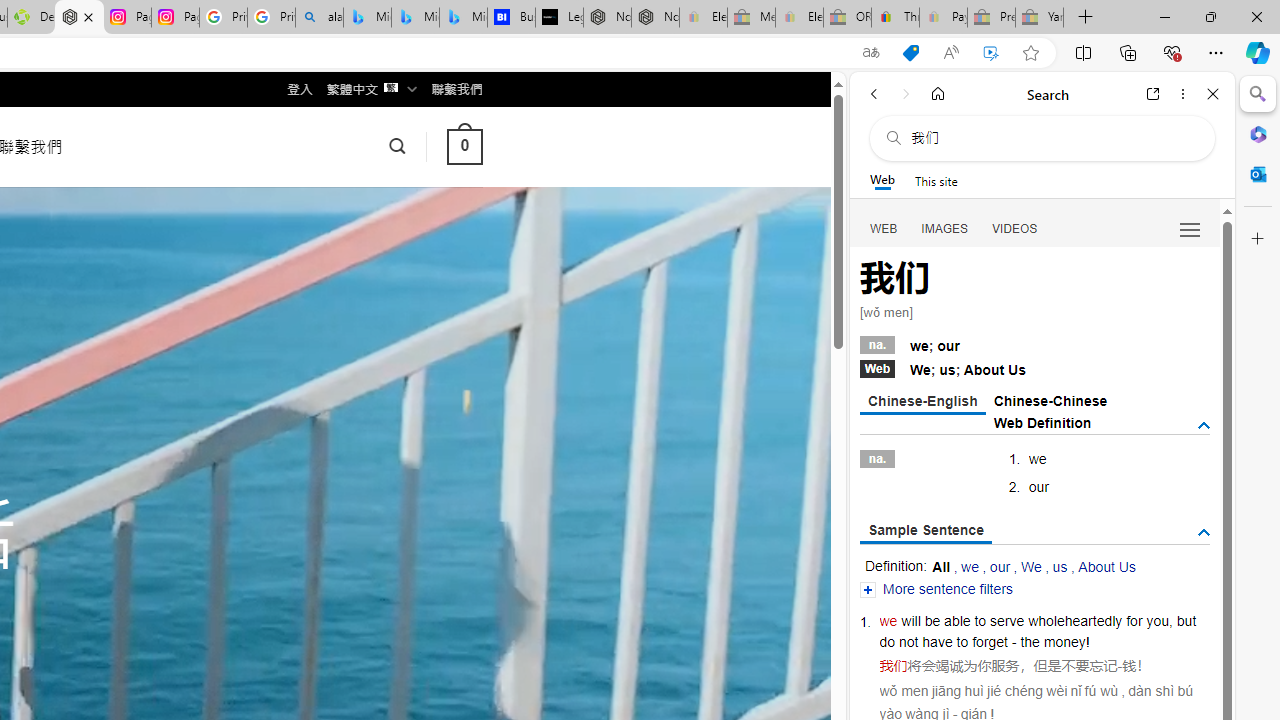 This screenshot has width=1280, height=720. Describe the element at coordinates (1202, 424) in the screenshot. I see `'AutomationID: tgdef'` at that location.